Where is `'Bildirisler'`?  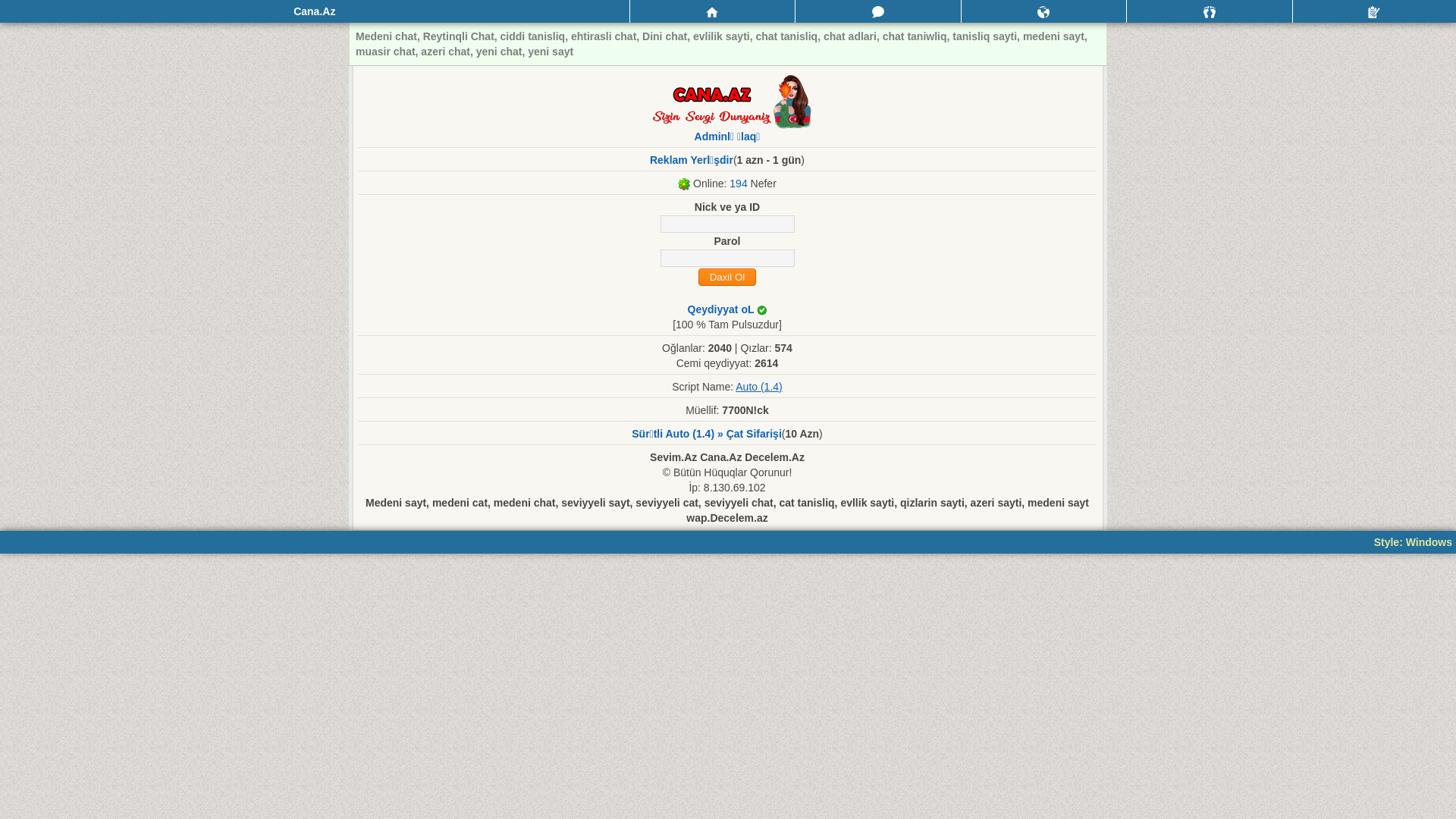 'Bildirisler' is located at coordinates (960, 11).